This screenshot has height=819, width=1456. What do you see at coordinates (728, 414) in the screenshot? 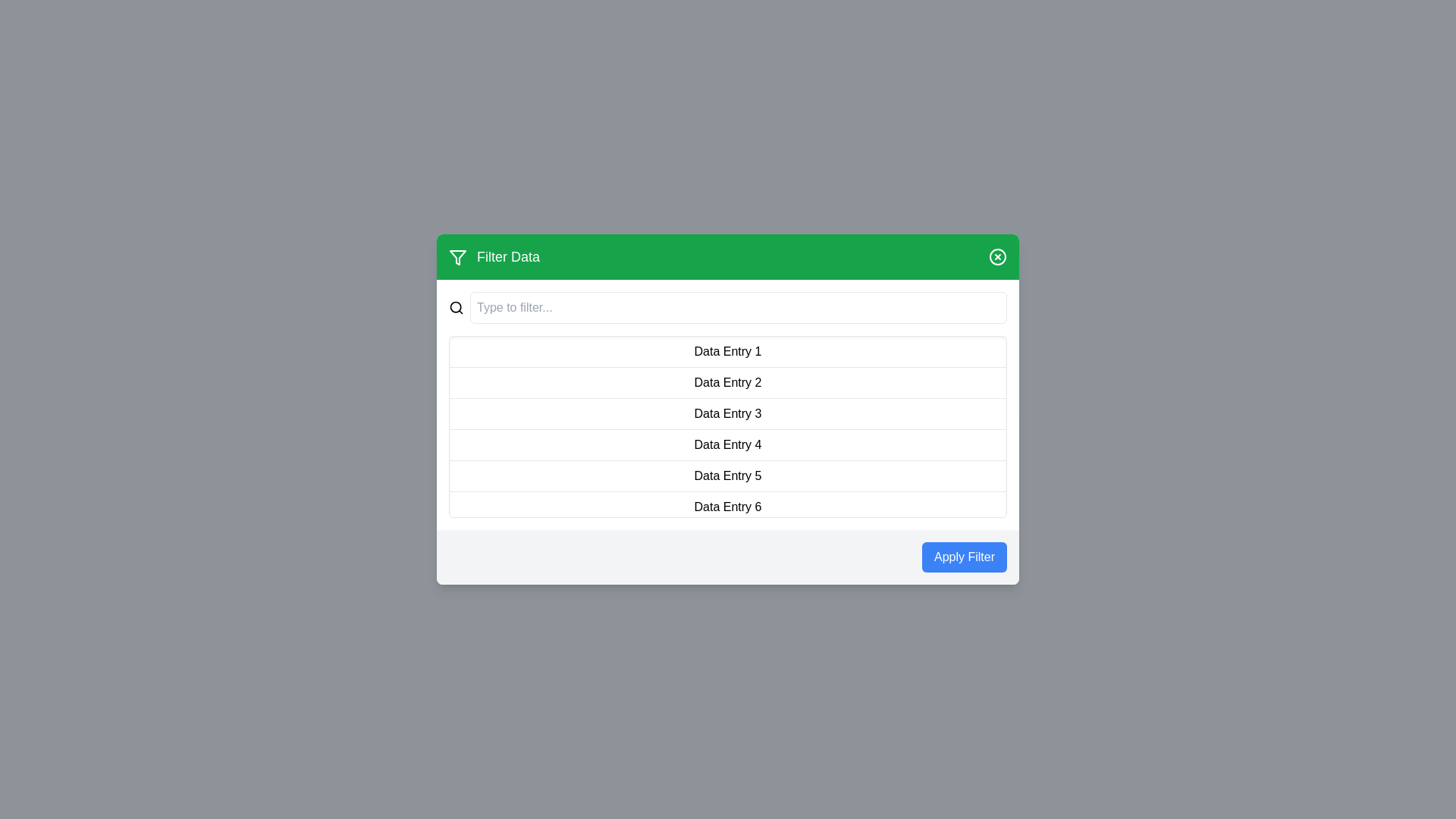
I see `the item Data Entry 3 from the filtered data list` at bounding box center [728, 414].